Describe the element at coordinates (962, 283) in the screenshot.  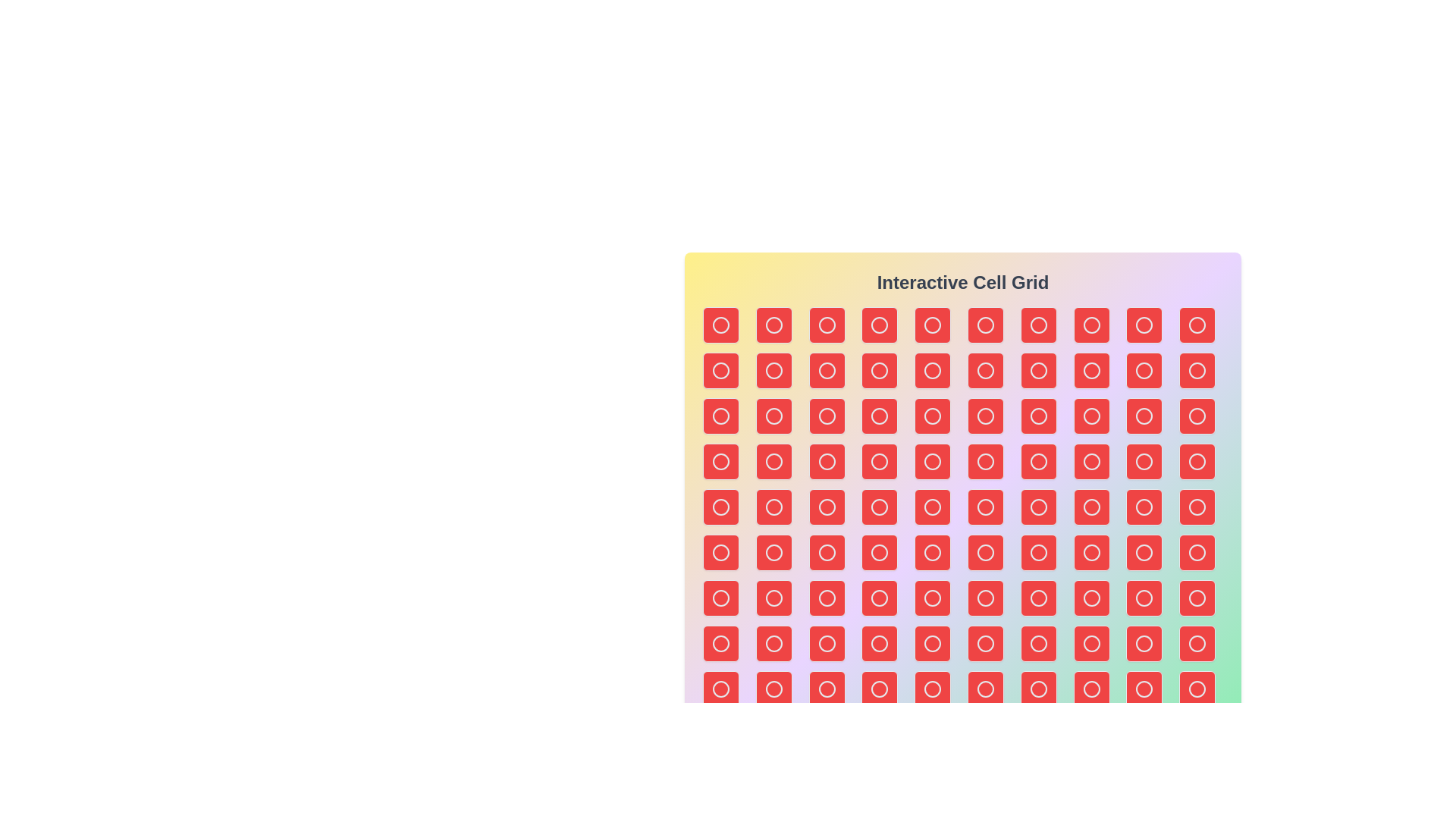
I see `the title text to focus on it` at that location.